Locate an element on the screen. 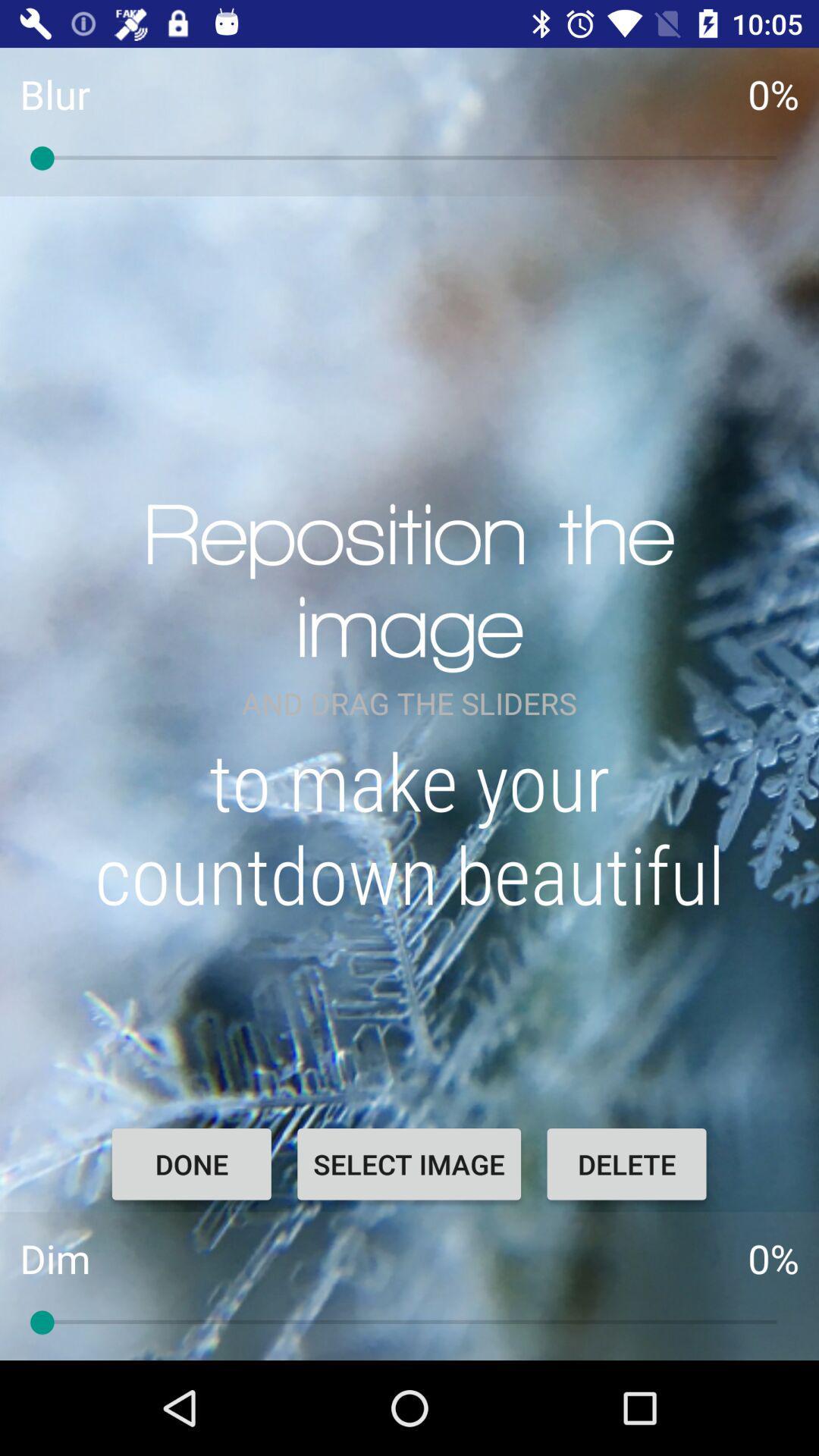  icon next to select image is located at coordinates (626, 1163).